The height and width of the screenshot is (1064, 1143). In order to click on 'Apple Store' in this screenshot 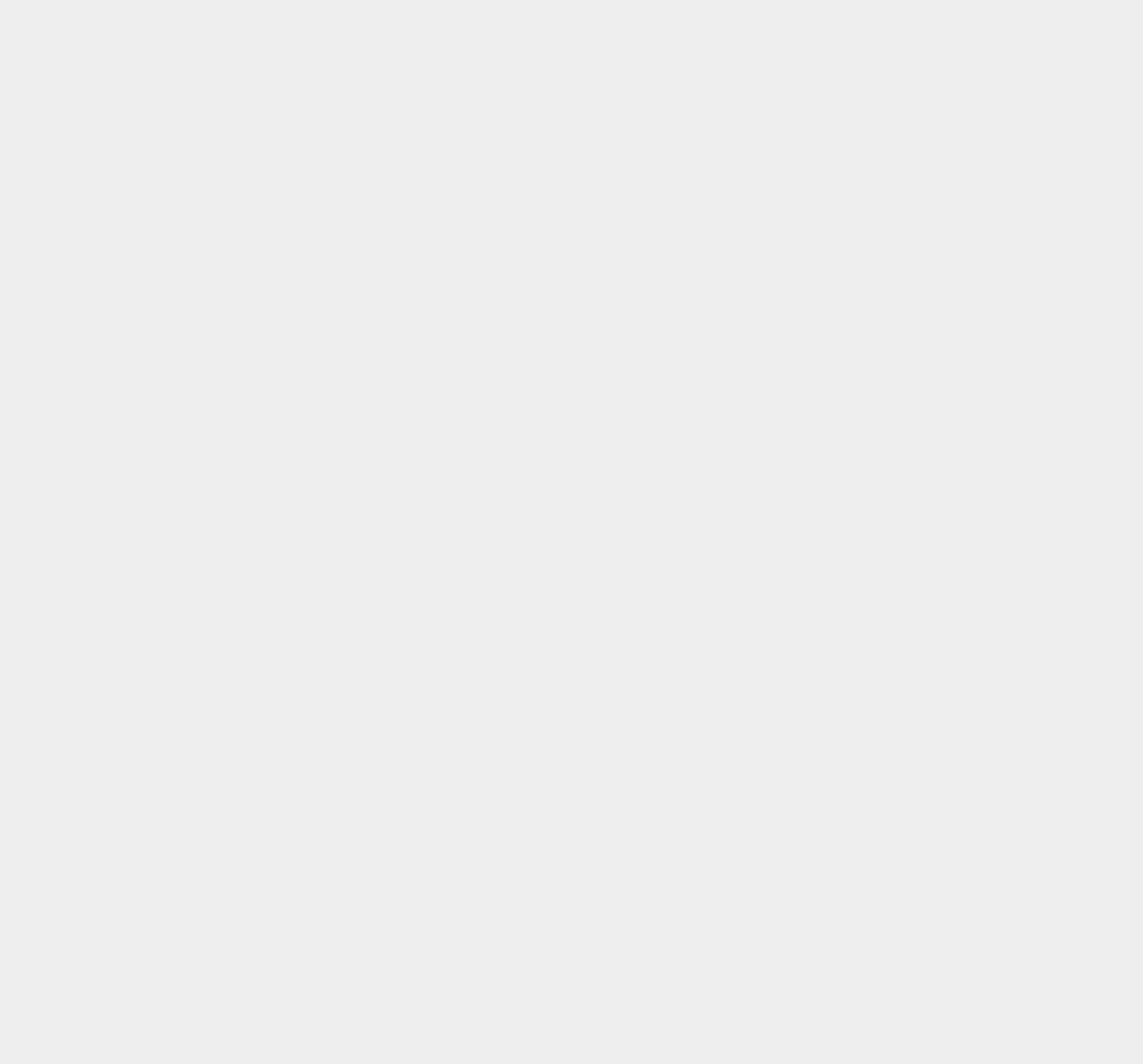, I will do `click(807, 669)`.